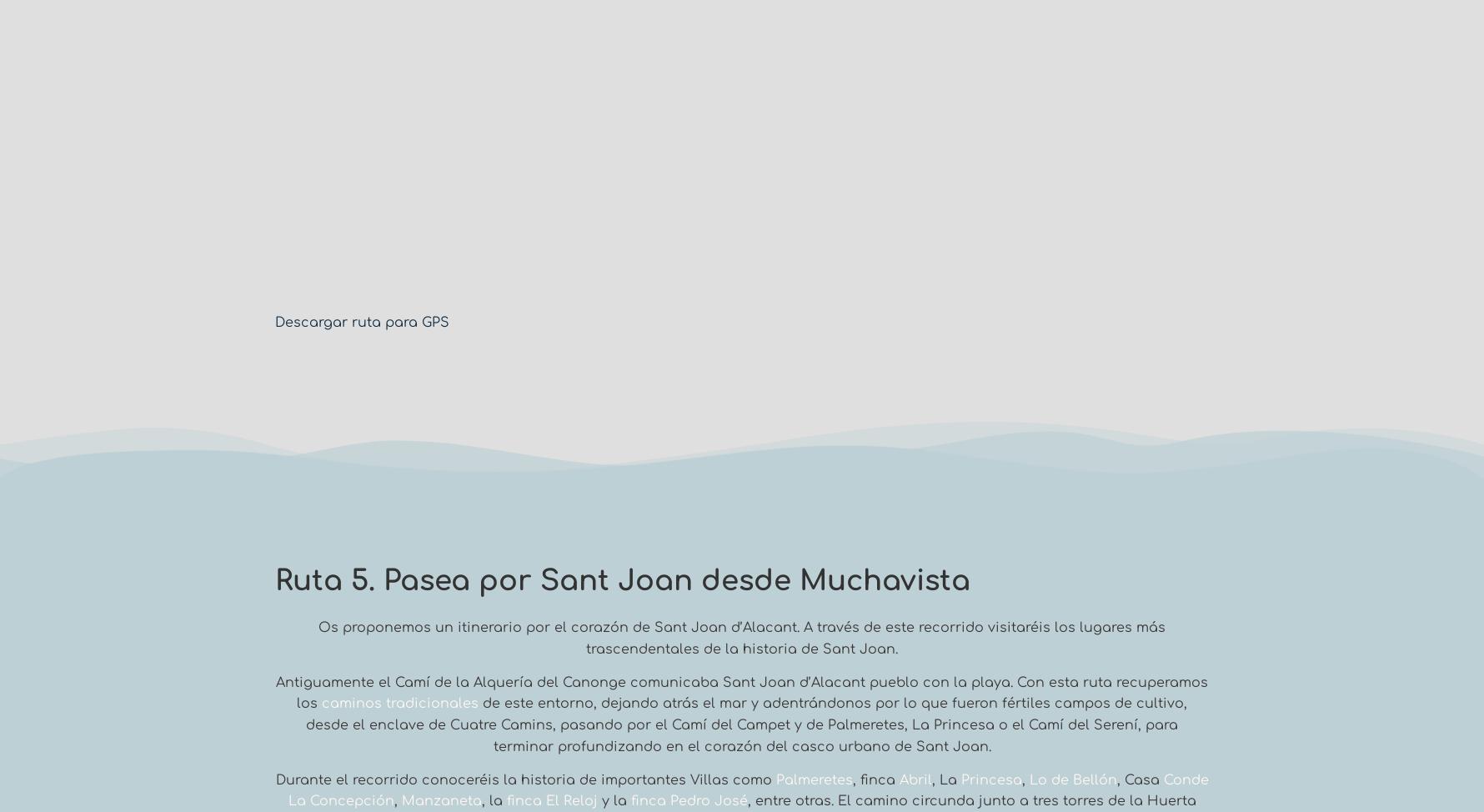  I want to click on 'Descargar ruta para GPS', so click(361, 322).